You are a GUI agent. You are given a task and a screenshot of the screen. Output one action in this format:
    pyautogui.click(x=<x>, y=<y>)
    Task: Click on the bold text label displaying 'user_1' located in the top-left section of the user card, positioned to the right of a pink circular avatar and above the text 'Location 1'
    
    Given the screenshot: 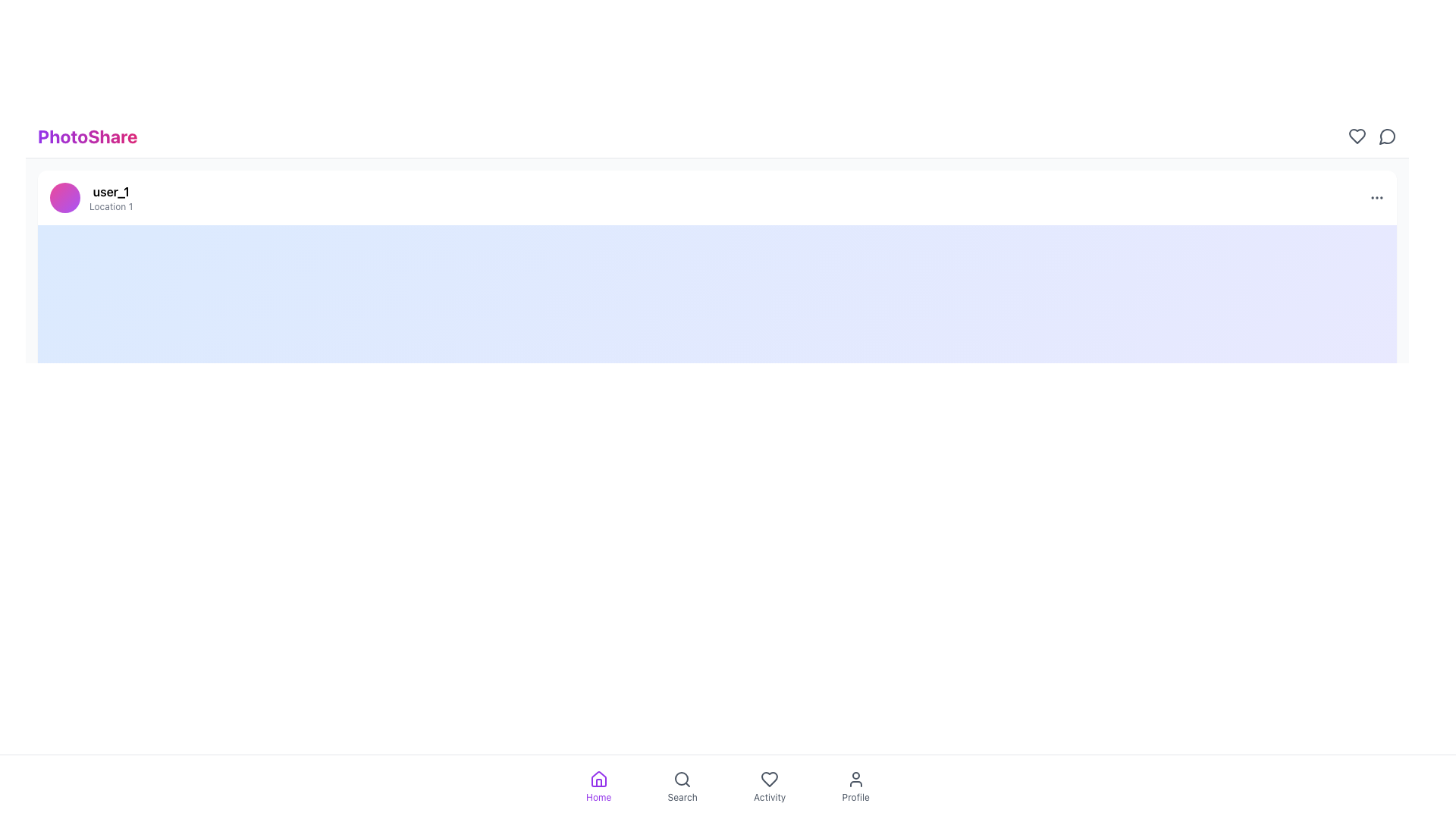 What is the action you would take?
    pyautogui.click(x=110, y=191)
    